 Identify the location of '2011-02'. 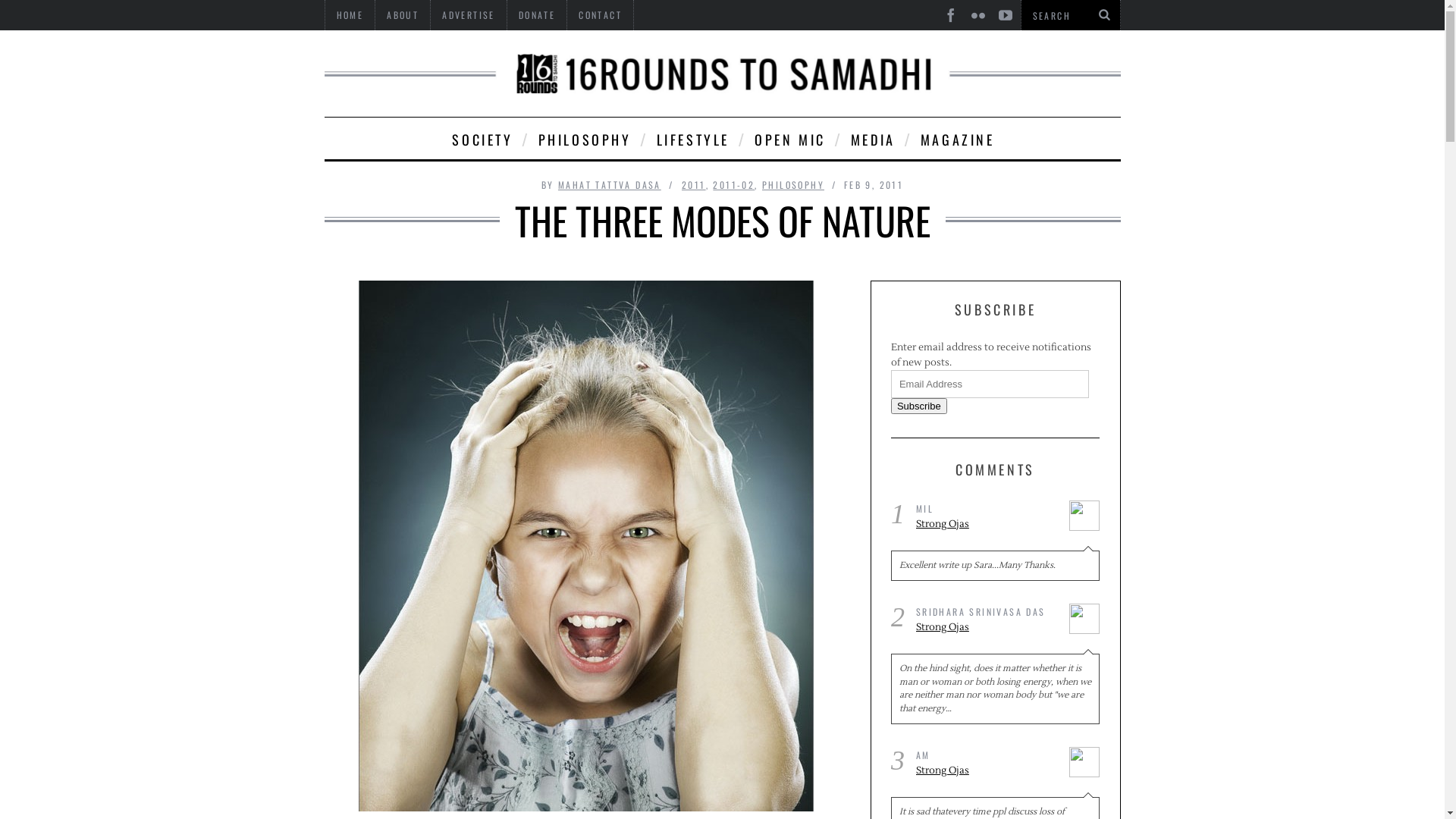
(733, 184).